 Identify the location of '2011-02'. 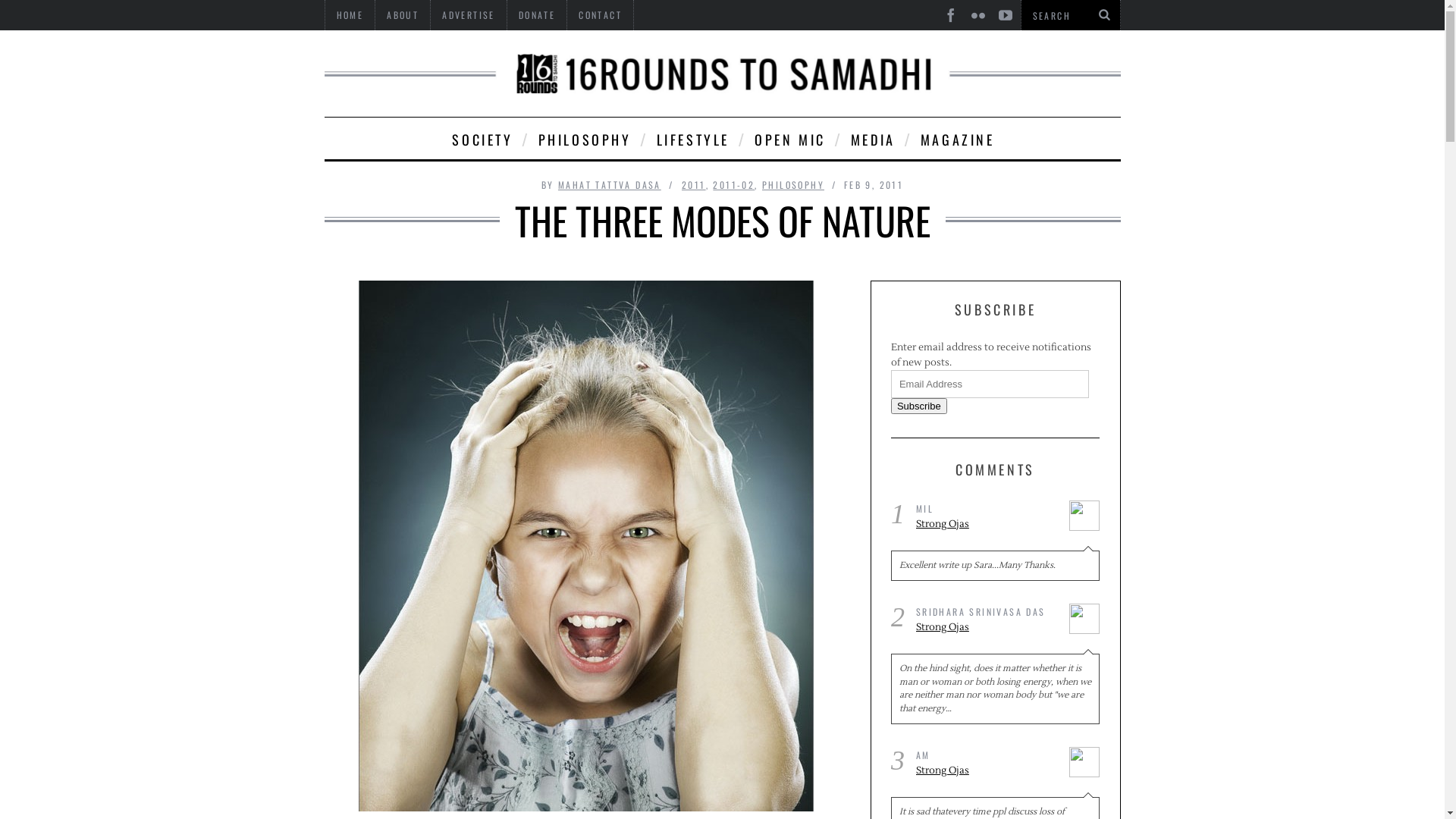
(733, 184).